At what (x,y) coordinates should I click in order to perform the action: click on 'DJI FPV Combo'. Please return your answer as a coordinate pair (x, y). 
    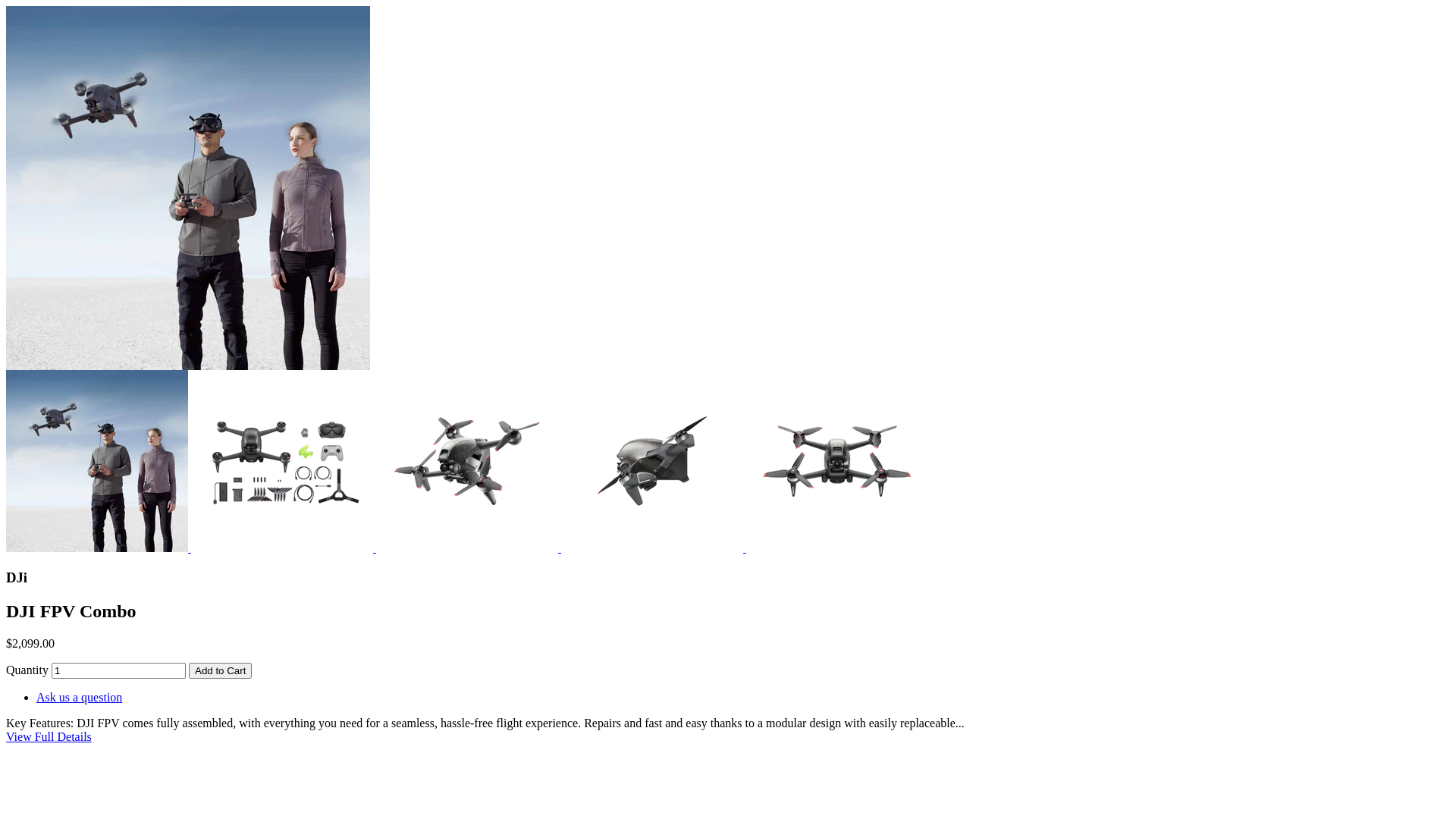
    Looking at the image, I should click on (6, 187).